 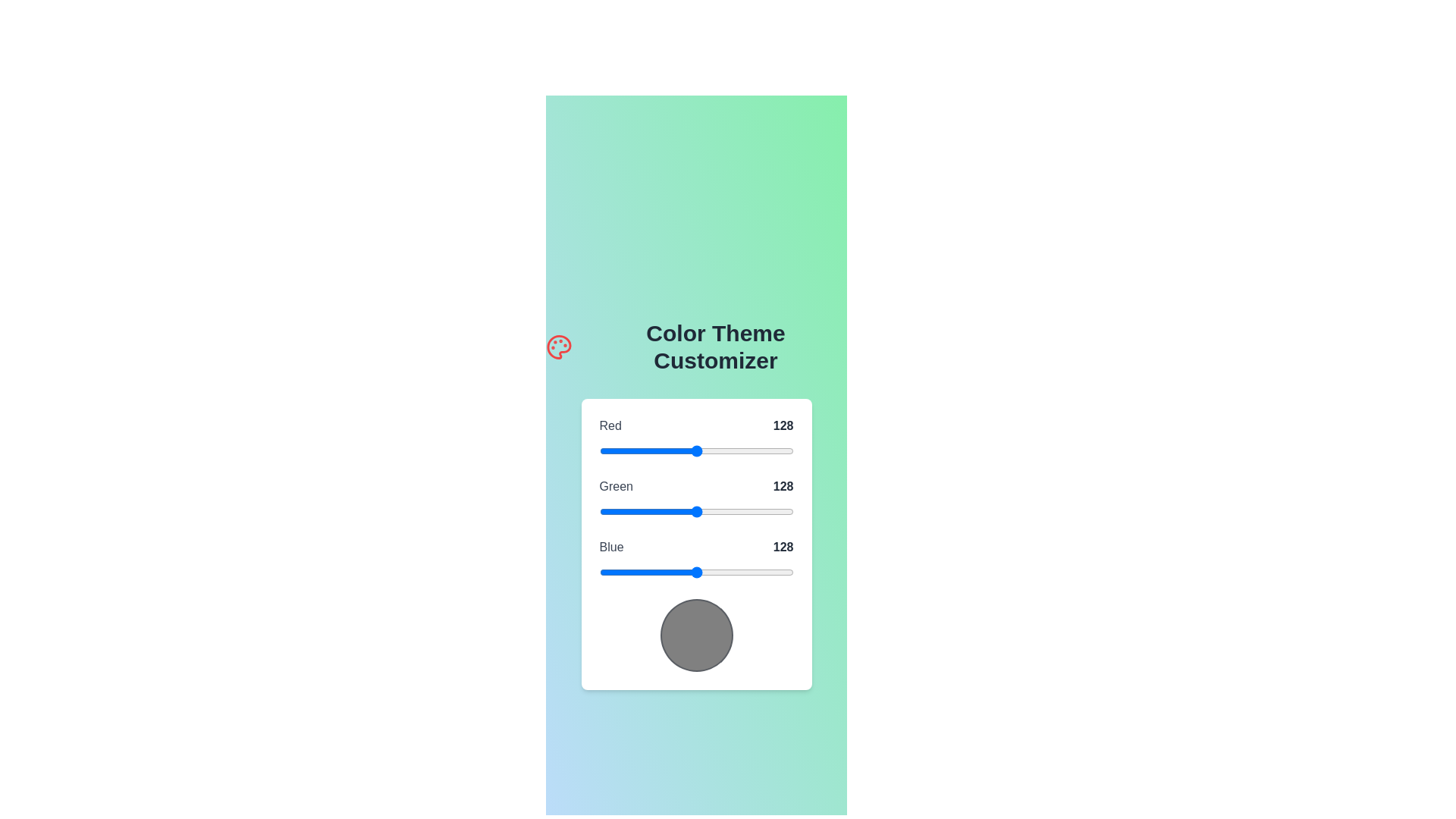 What do you see at coordinates (603, 512) in the screenshot?
I see `the green slider to 6` at bounding box center [603, 512].